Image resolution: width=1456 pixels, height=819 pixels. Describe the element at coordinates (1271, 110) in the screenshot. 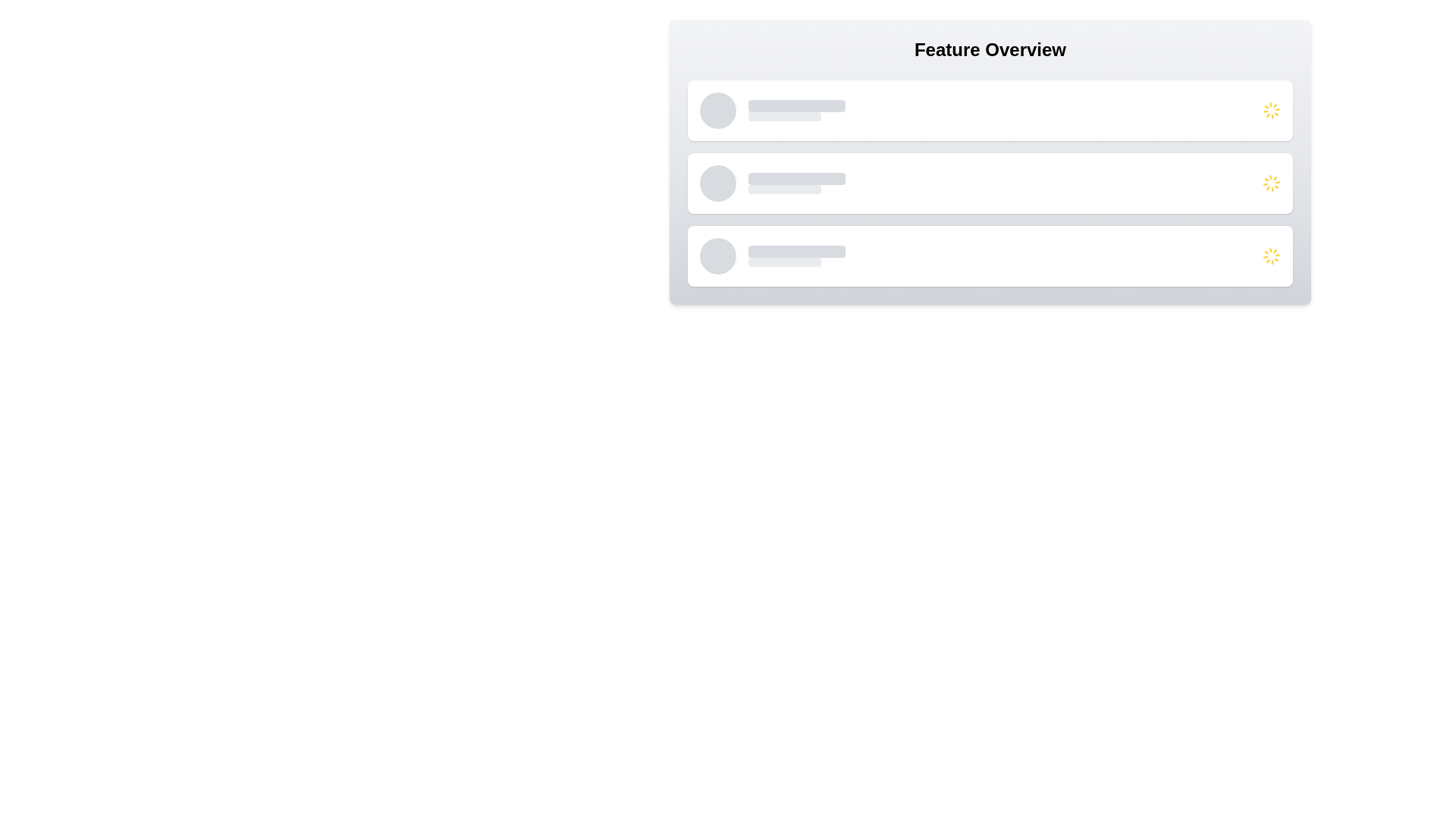

I see `the topmost circular spinner icon located on the right side of the first row in a vertically stacked list of identical yellow spinner icons` at that location.